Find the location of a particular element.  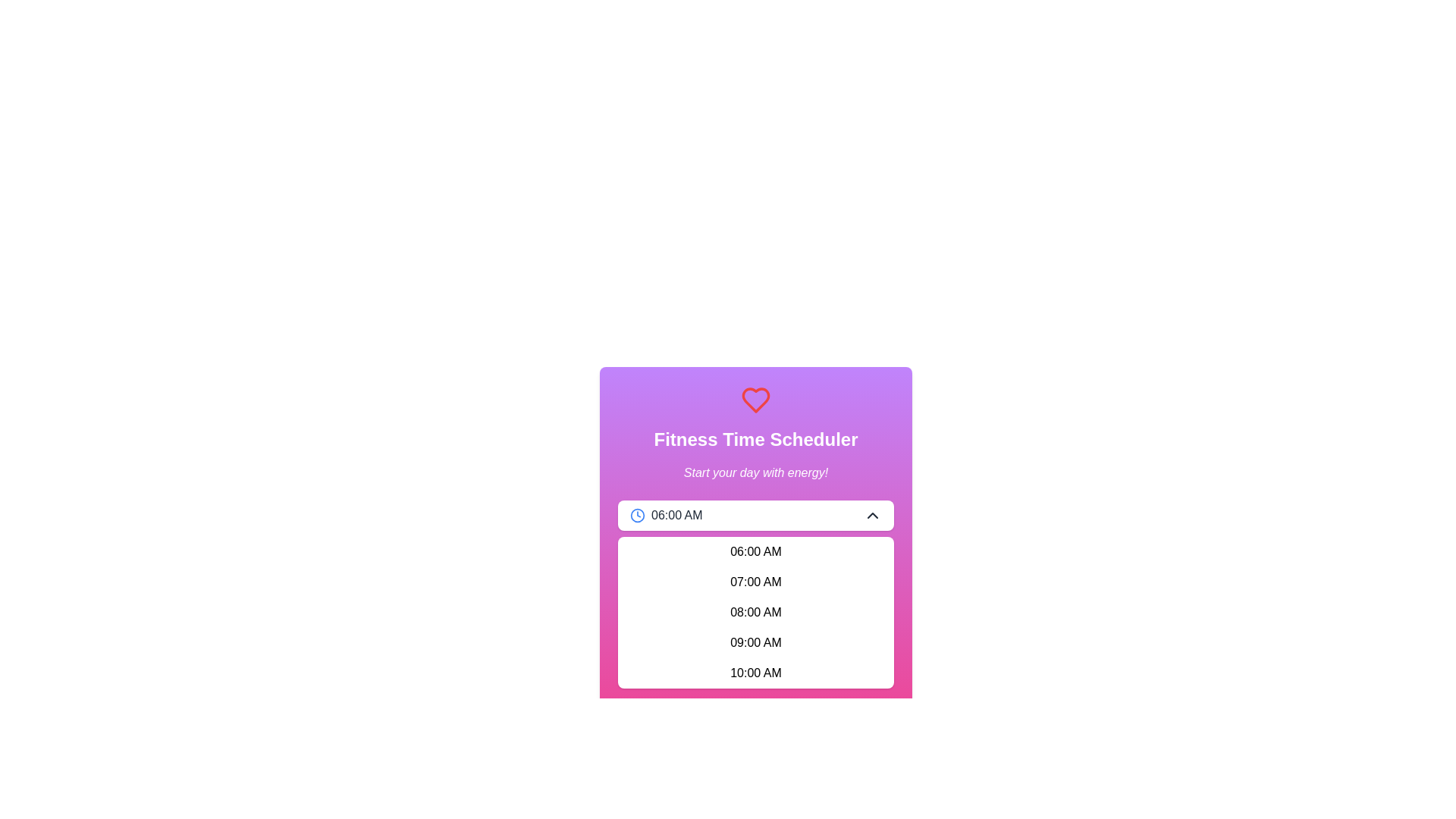

the Label with Icon displaying '06:00 AM' and a blue clock icon on its left, styled in bold sans-serif font, located in the top-left section of a white rectangular area is located at coordinates (666, 514).